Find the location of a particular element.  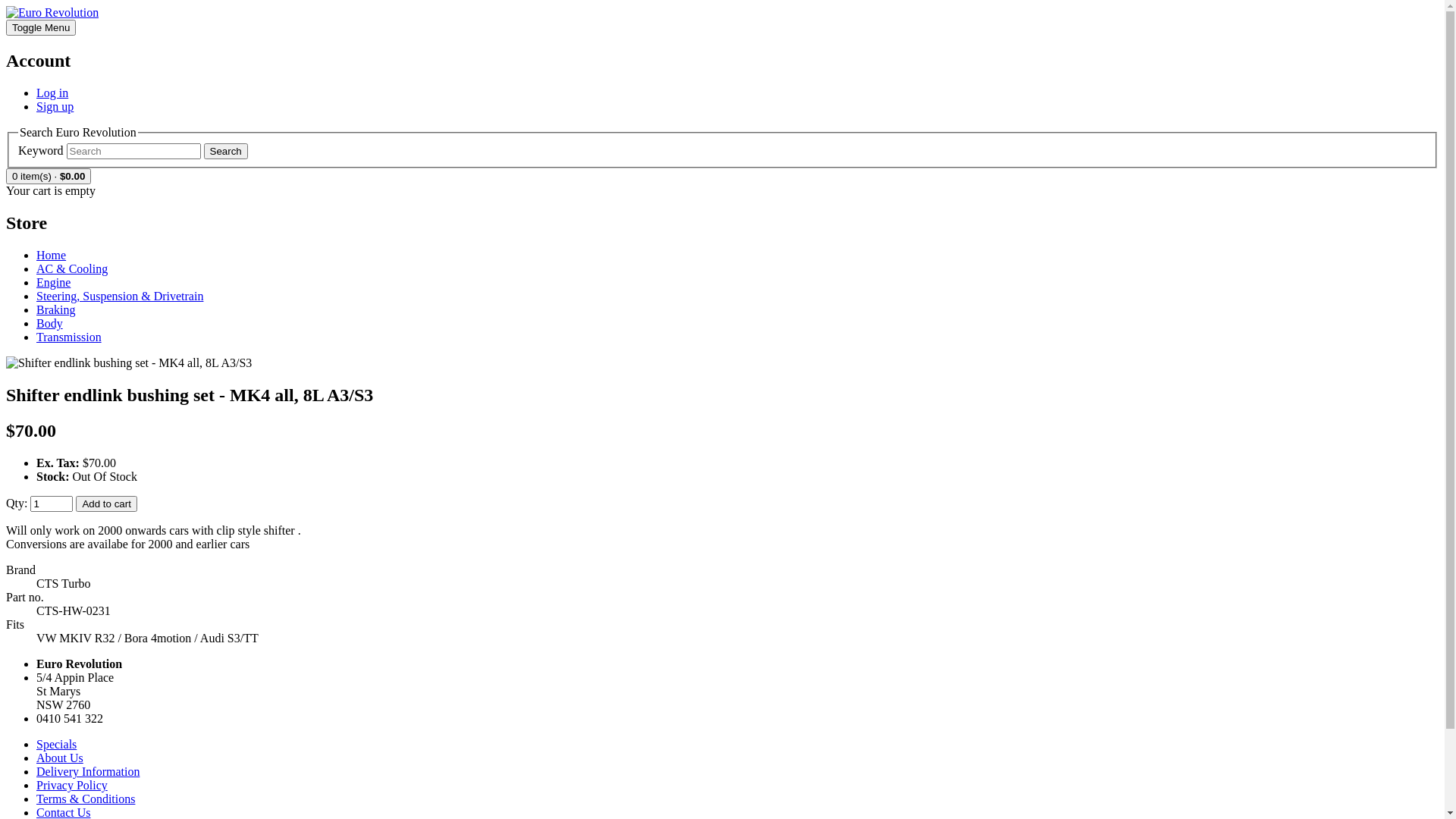

'Transmission' is located at coordinates (68, 336).